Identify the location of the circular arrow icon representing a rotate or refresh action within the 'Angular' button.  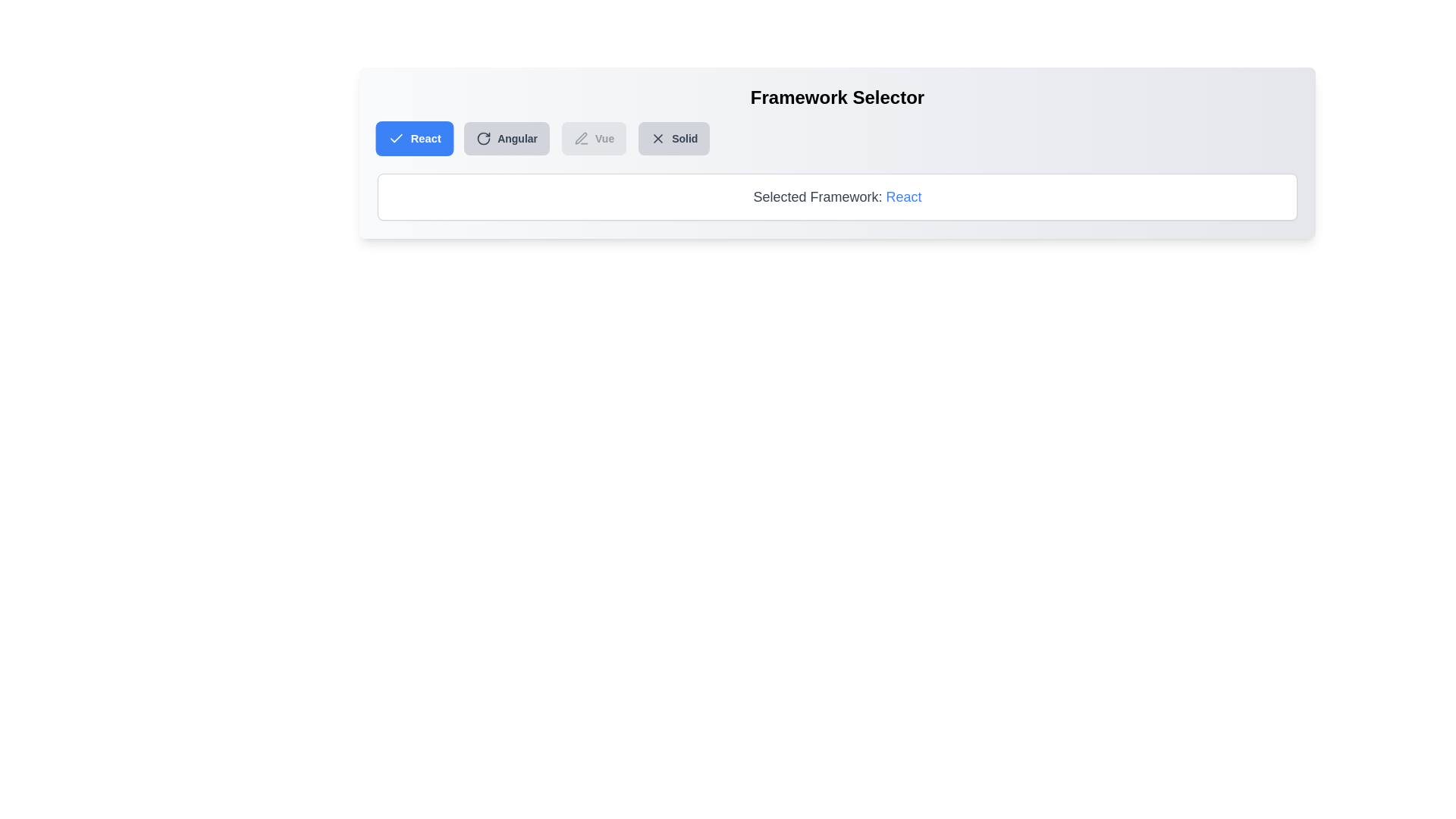
(483, 138).